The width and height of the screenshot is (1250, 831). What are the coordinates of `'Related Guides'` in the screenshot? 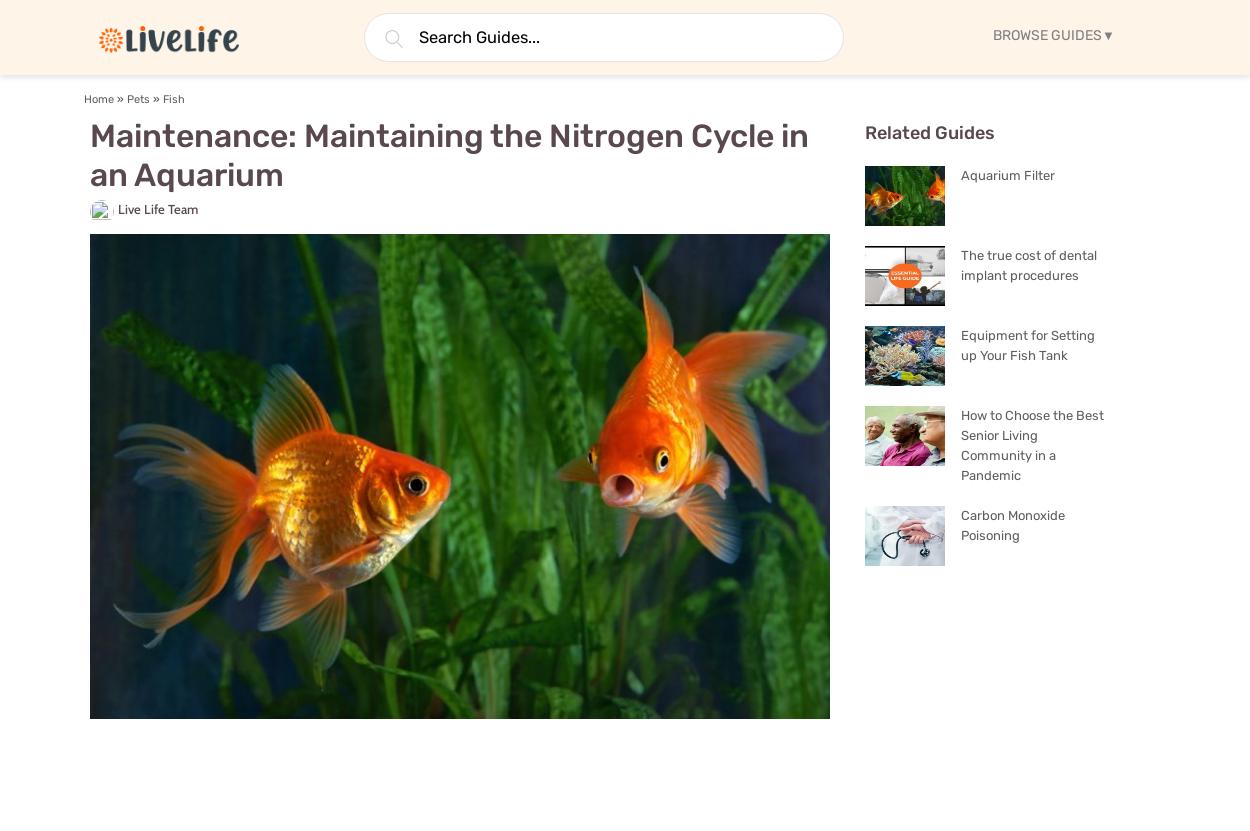 It's located at (863, 132).